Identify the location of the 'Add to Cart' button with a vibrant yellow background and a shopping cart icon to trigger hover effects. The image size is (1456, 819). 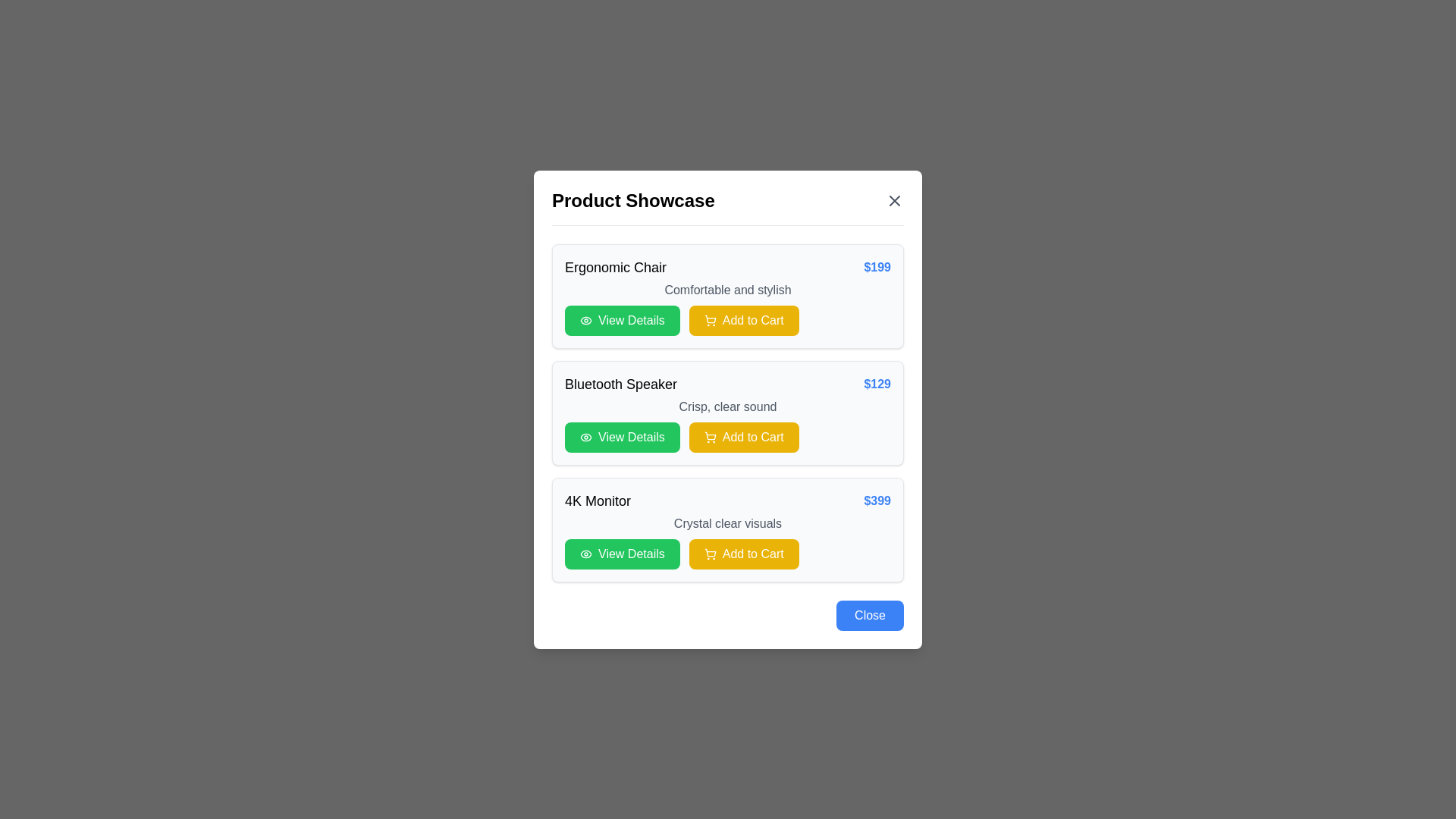
(744, 319).